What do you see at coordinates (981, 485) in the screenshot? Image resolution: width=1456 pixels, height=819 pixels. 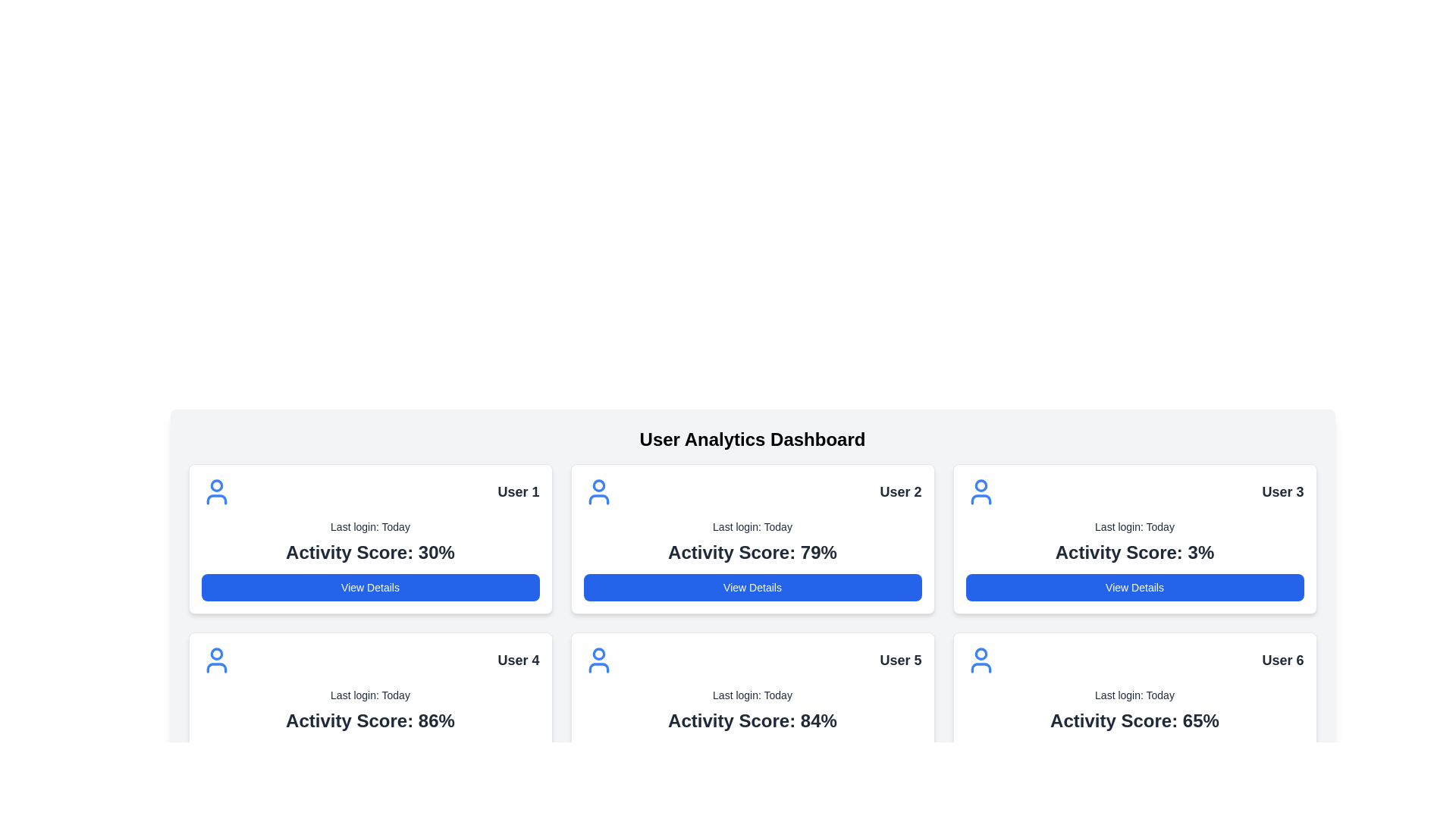 I see `the small blue outlined circle representing the user avatar of 'User 3' located at the top-center of the card in the third column of the grid layout` at bounding box center [981, 485].